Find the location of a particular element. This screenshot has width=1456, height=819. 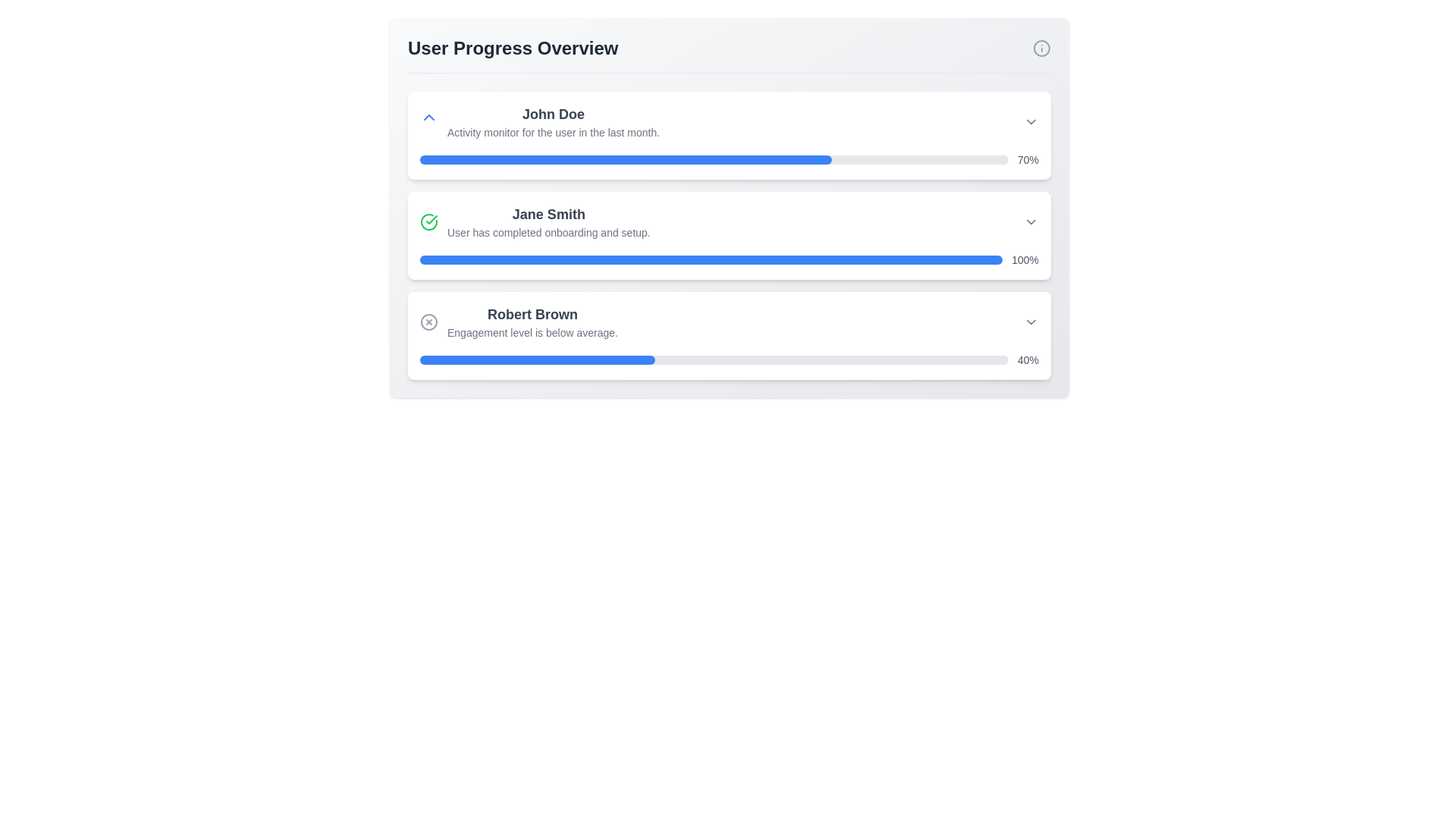

the text label reading 'Engagement level is below average.' which is located below the name 'Robert Brown' in the third user progress card is located at coordinates (532, 332).